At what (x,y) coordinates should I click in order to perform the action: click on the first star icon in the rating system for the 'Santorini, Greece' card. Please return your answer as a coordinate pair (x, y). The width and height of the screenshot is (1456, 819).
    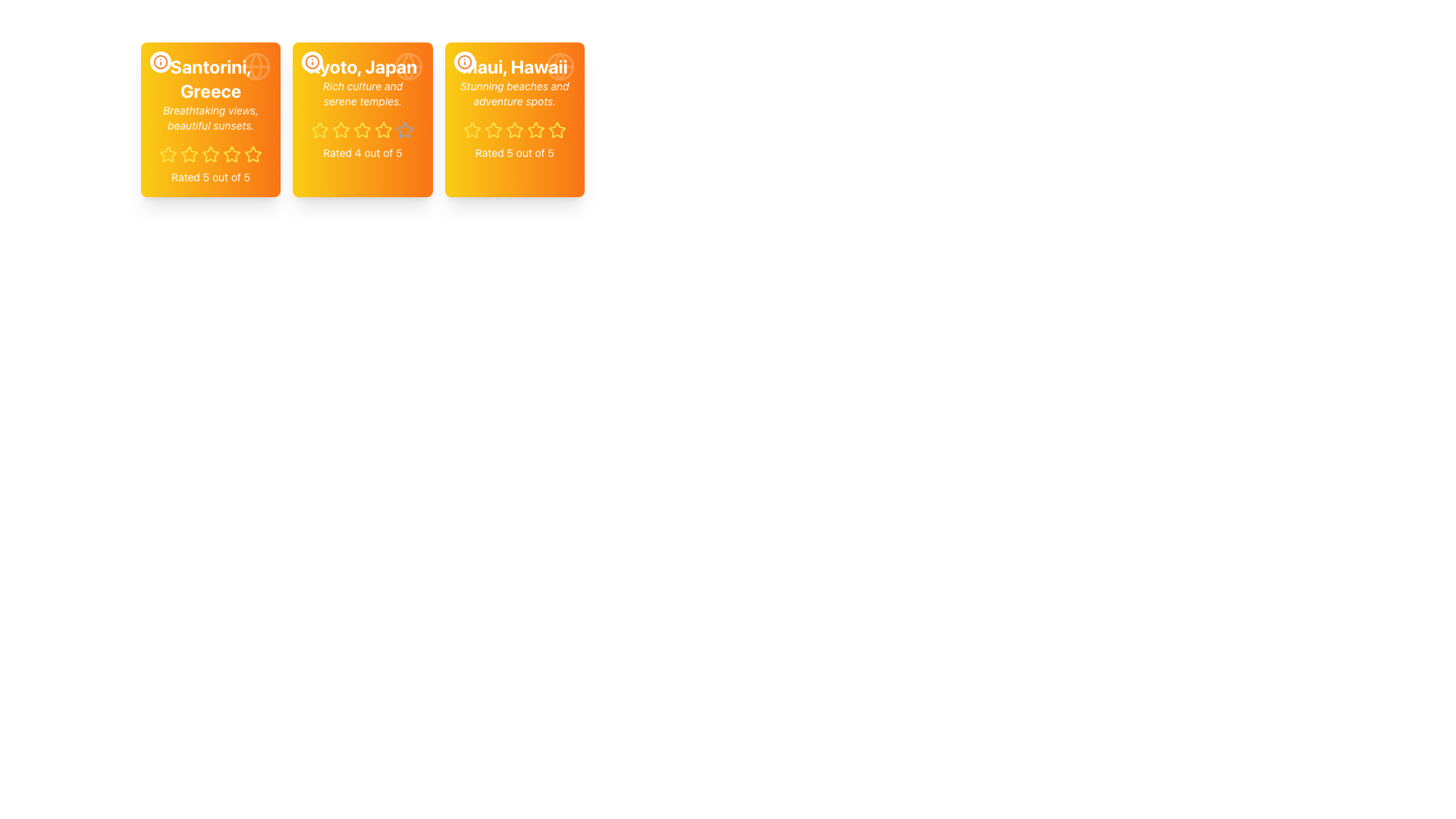
    Looking at the image, I should click on (168, 154).